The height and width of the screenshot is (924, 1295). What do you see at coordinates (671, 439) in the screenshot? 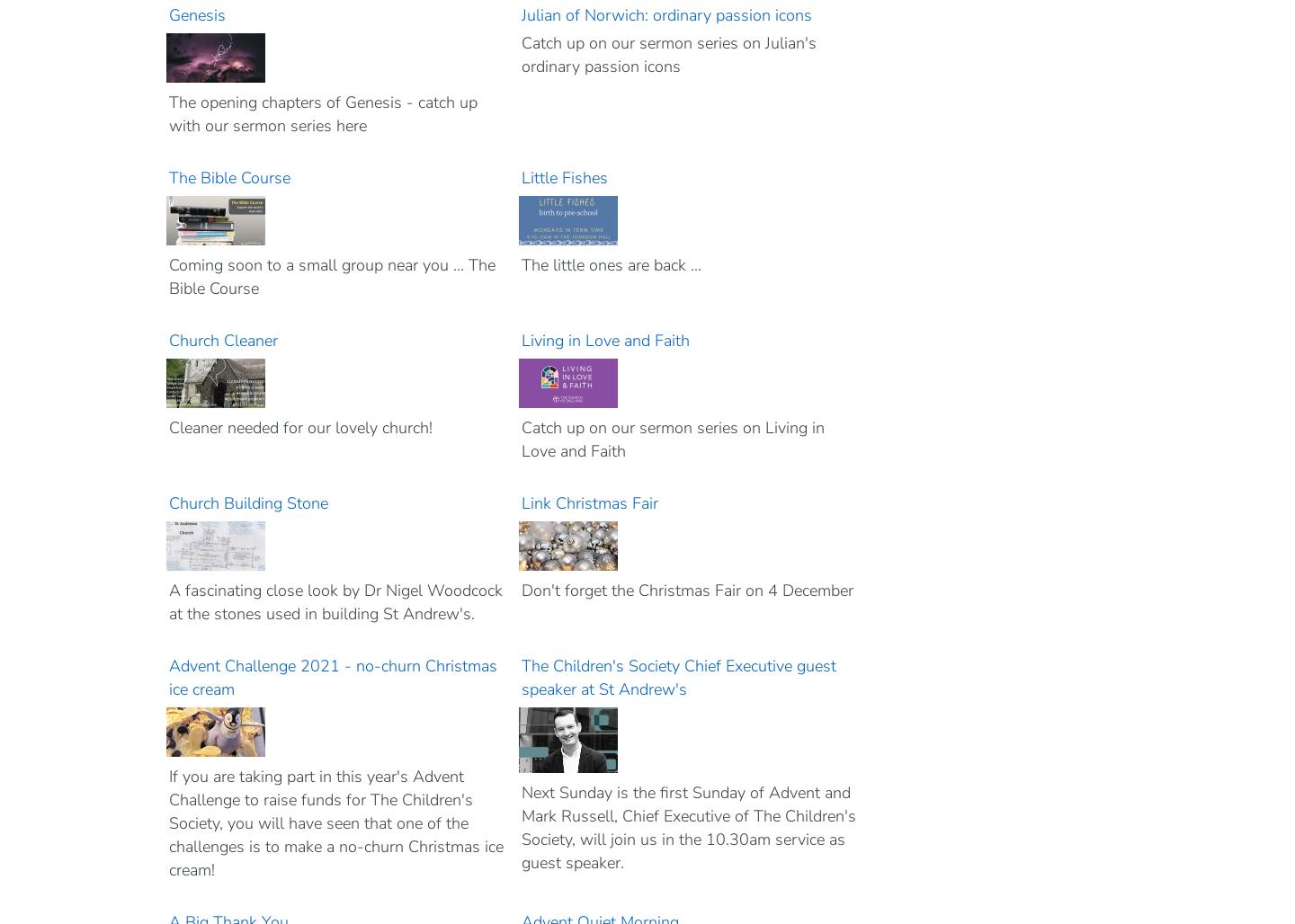
I see `'Catch up on our sermon series on Living in Love and Faith'` at bounding box center [671, 439].